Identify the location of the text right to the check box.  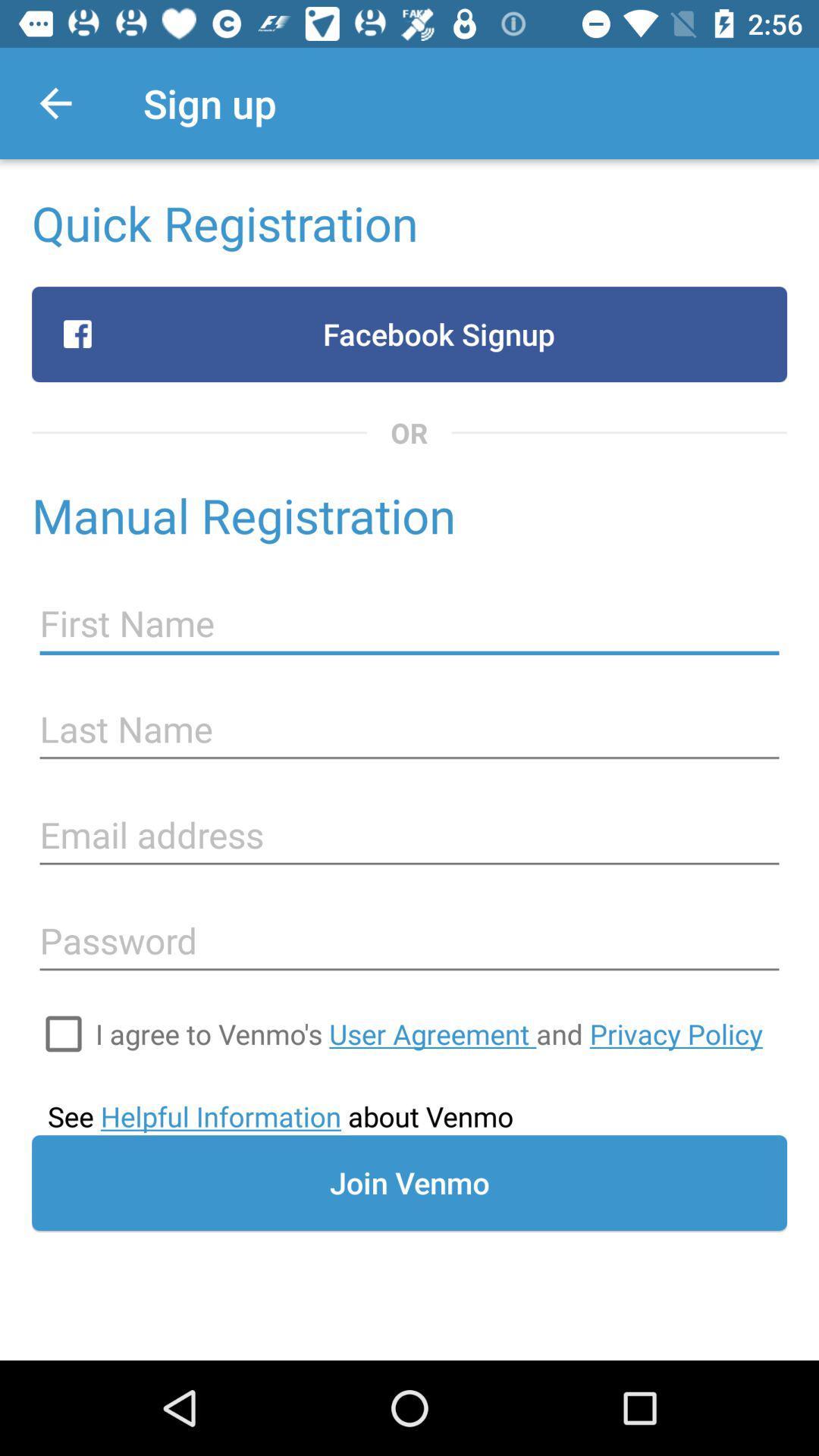
(429, 1033).